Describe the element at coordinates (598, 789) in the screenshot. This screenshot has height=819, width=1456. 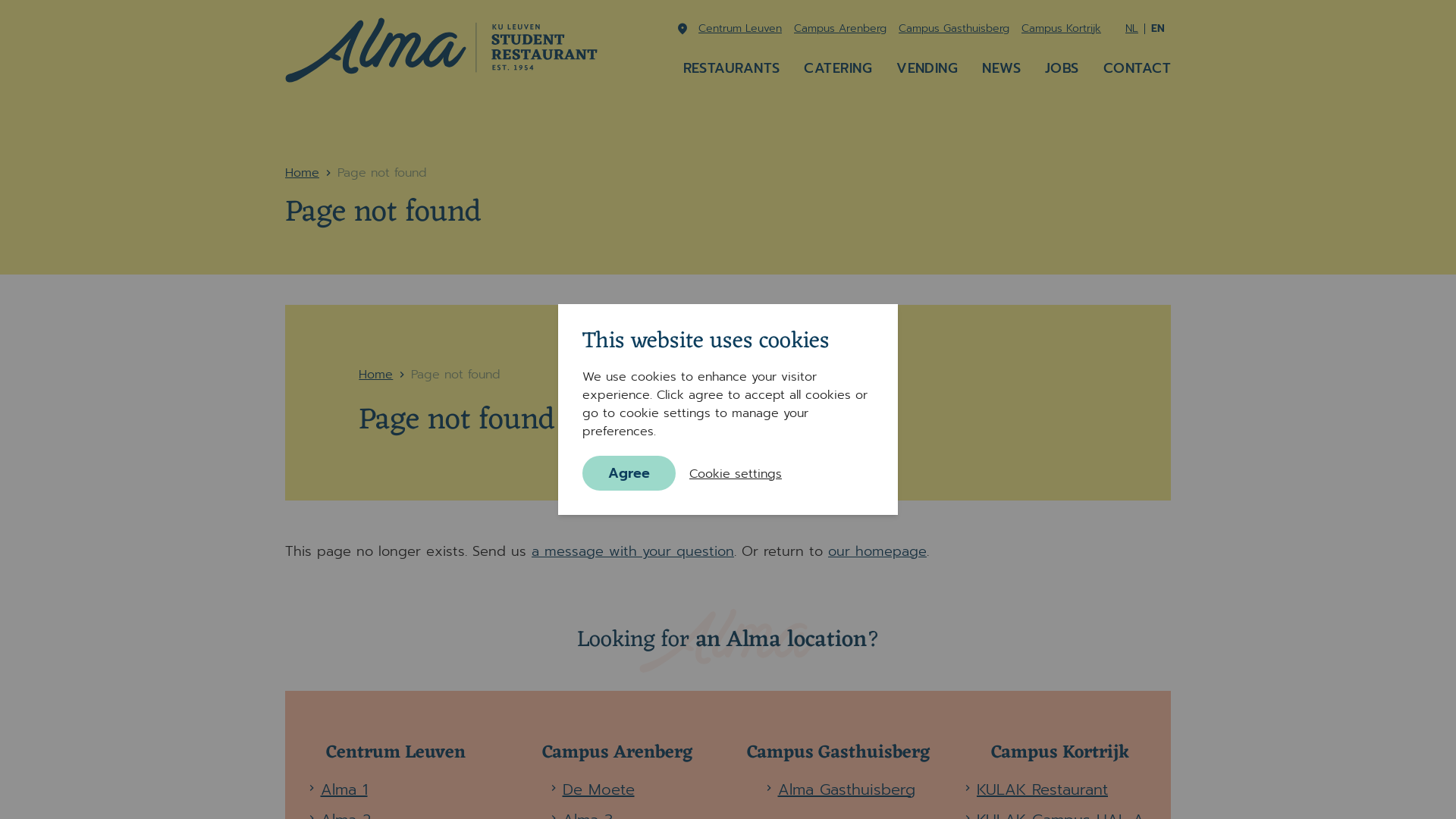
I see `'De Moete'` at that location.